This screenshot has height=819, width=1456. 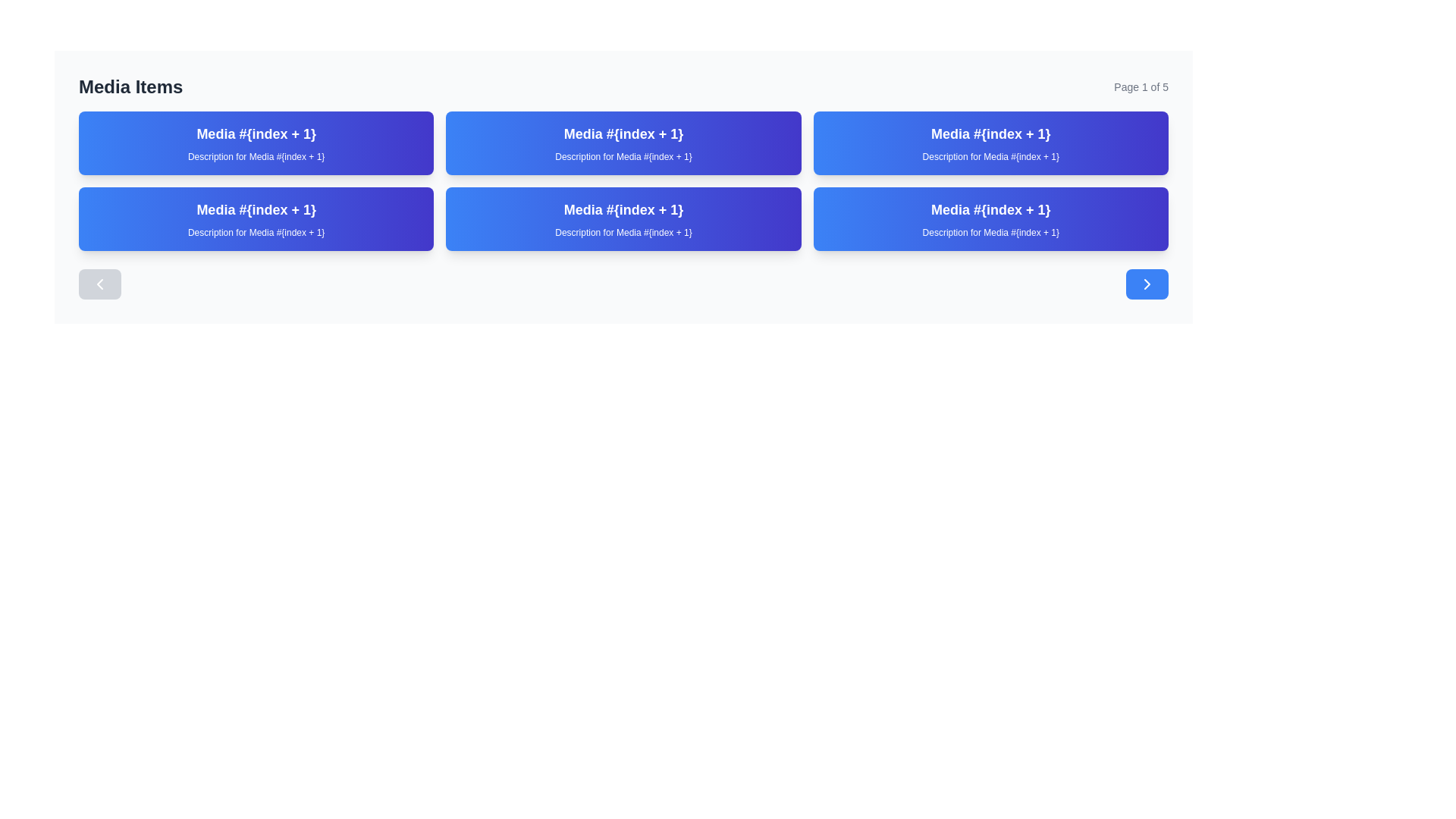 I want to click on the textual element displaying 'Media #{index + 1}', which is styled in a larger font size and bold weight, located within a gradient background box in the second row and fourth column of the grid layout, so click(x=990, y=210).